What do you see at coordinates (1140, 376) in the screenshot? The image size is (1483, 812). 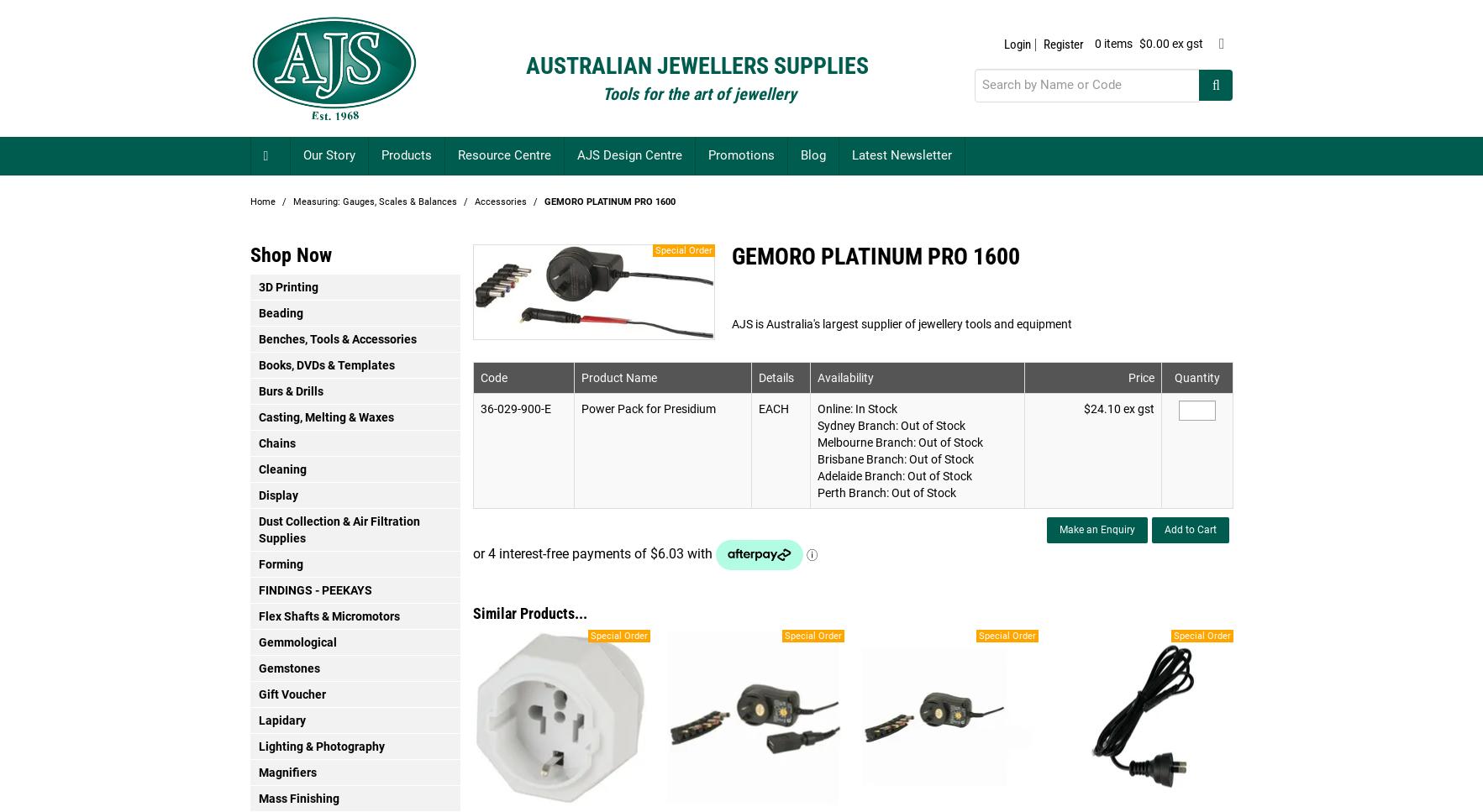 I see `'Price'` at bounding box center [1140, 376].